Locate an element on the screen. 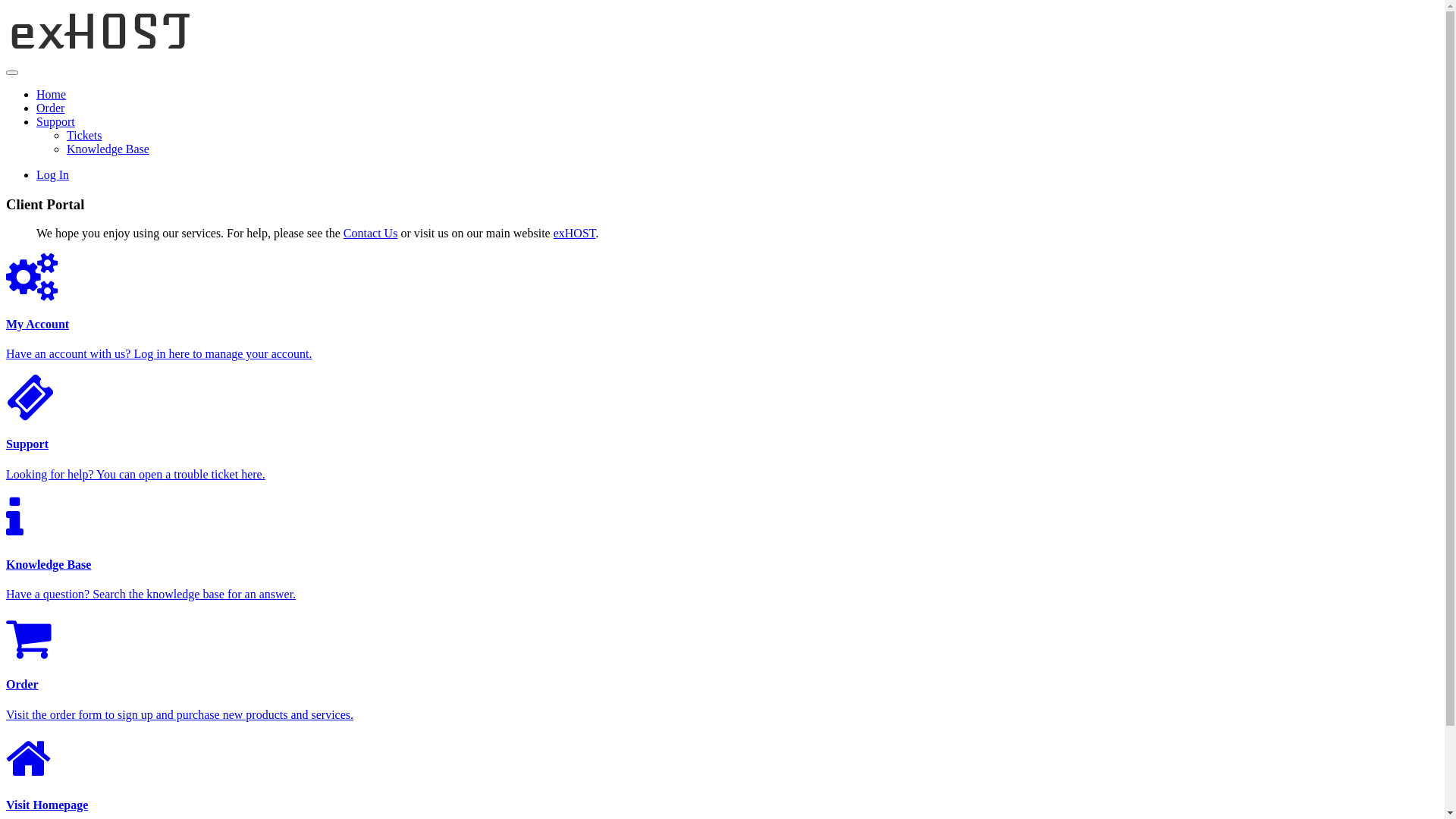 The width and height of the screenshot is (1456, 819). 'Toggle Navigation' is located at coordinates (11, 73).